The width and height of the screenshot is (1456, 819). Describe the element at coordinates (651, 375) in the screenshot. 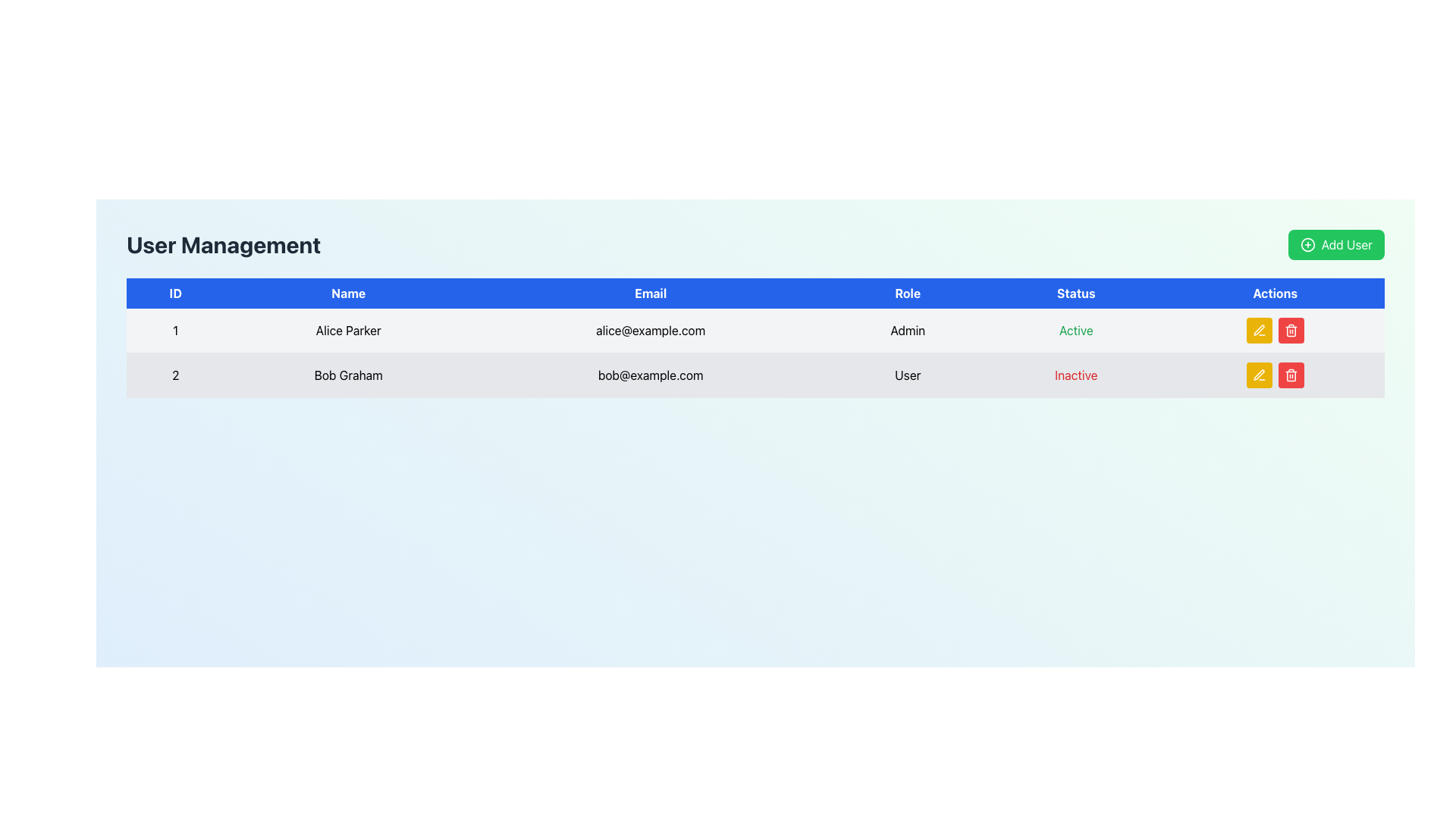

I see `the text label displaying the email address of the user 'Bob Graham' in the second row of the user management interface` at that location.